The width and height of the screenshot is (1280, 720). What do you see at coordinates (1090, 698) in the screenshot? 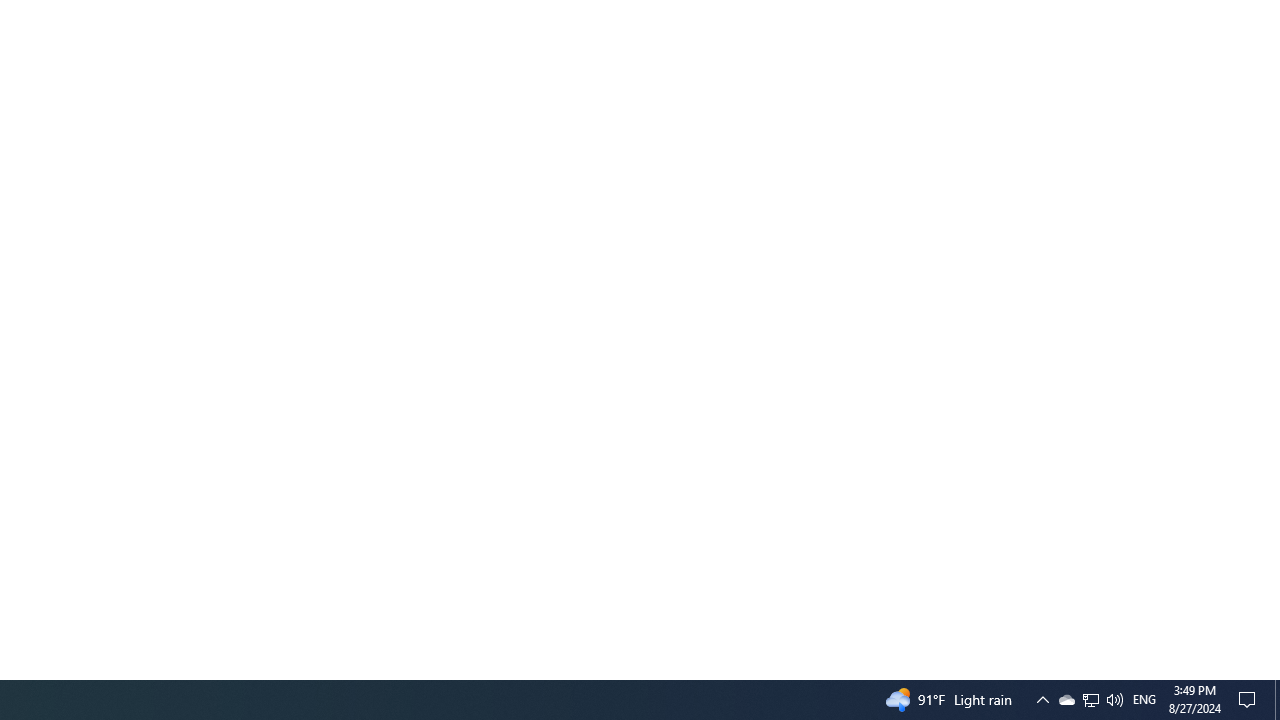
I see `'Tray Input Indicator - English (United States)'` at bounding box center [1090, 698].